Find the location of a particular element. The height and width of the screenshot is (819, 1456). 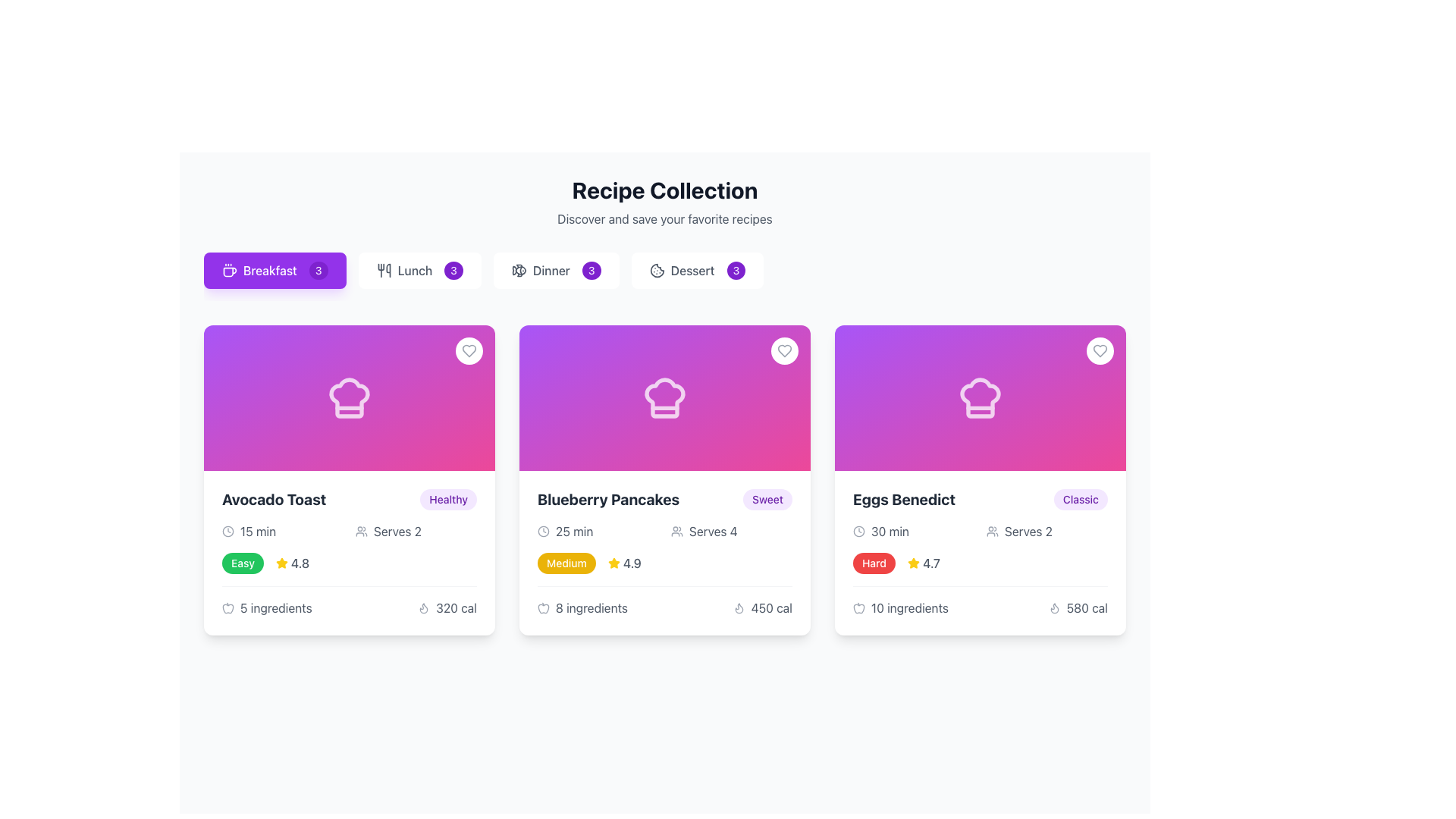

the difficulty indicator label for the 'Avocado Toast' recipe, located to the left of the star icon and rating score ('4.8') is located at coordinates (243, 563).